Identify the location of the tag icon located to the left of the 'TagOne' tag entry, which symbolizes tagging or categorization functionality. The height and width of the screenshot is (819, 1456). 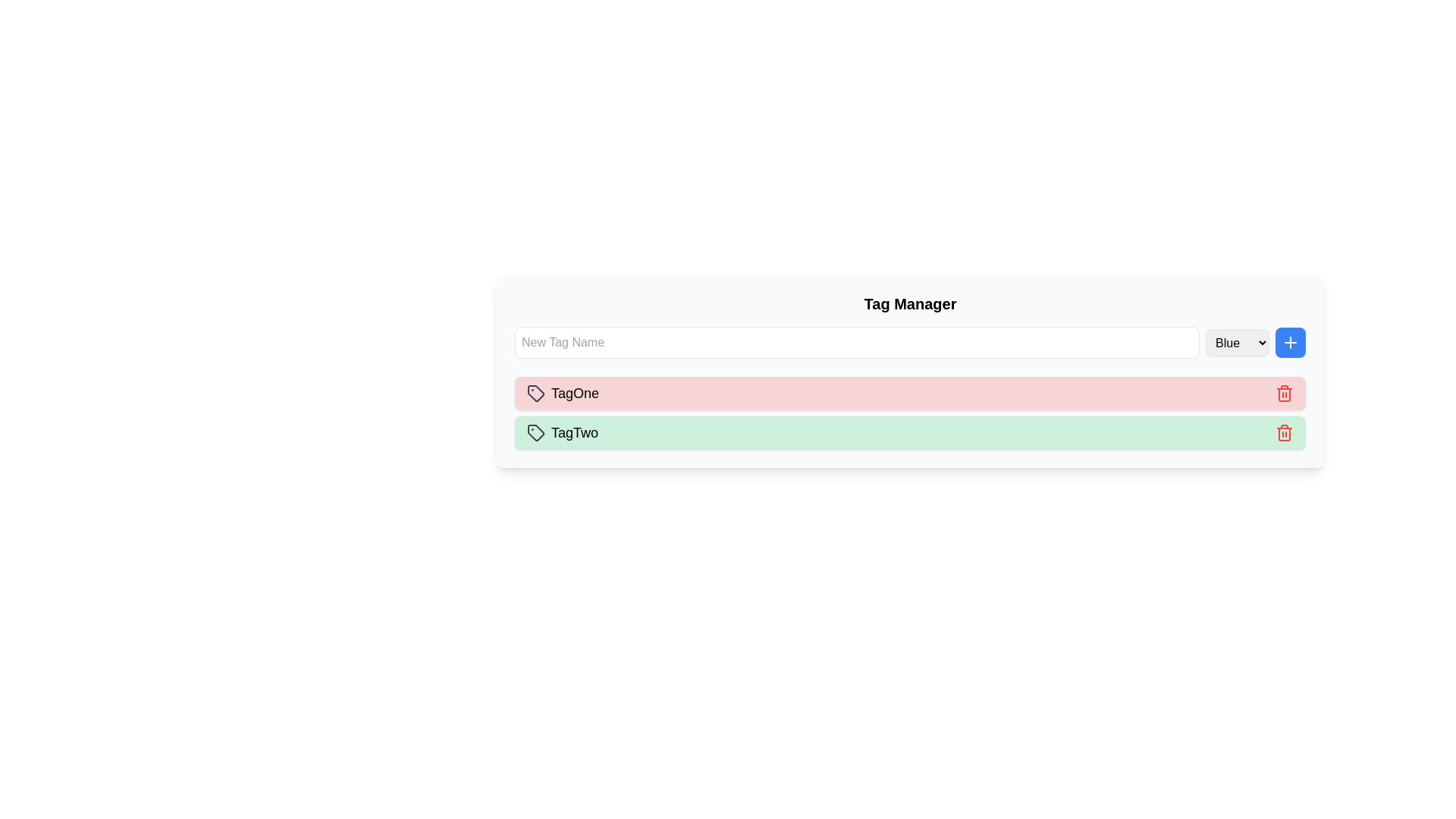
(535, 393).